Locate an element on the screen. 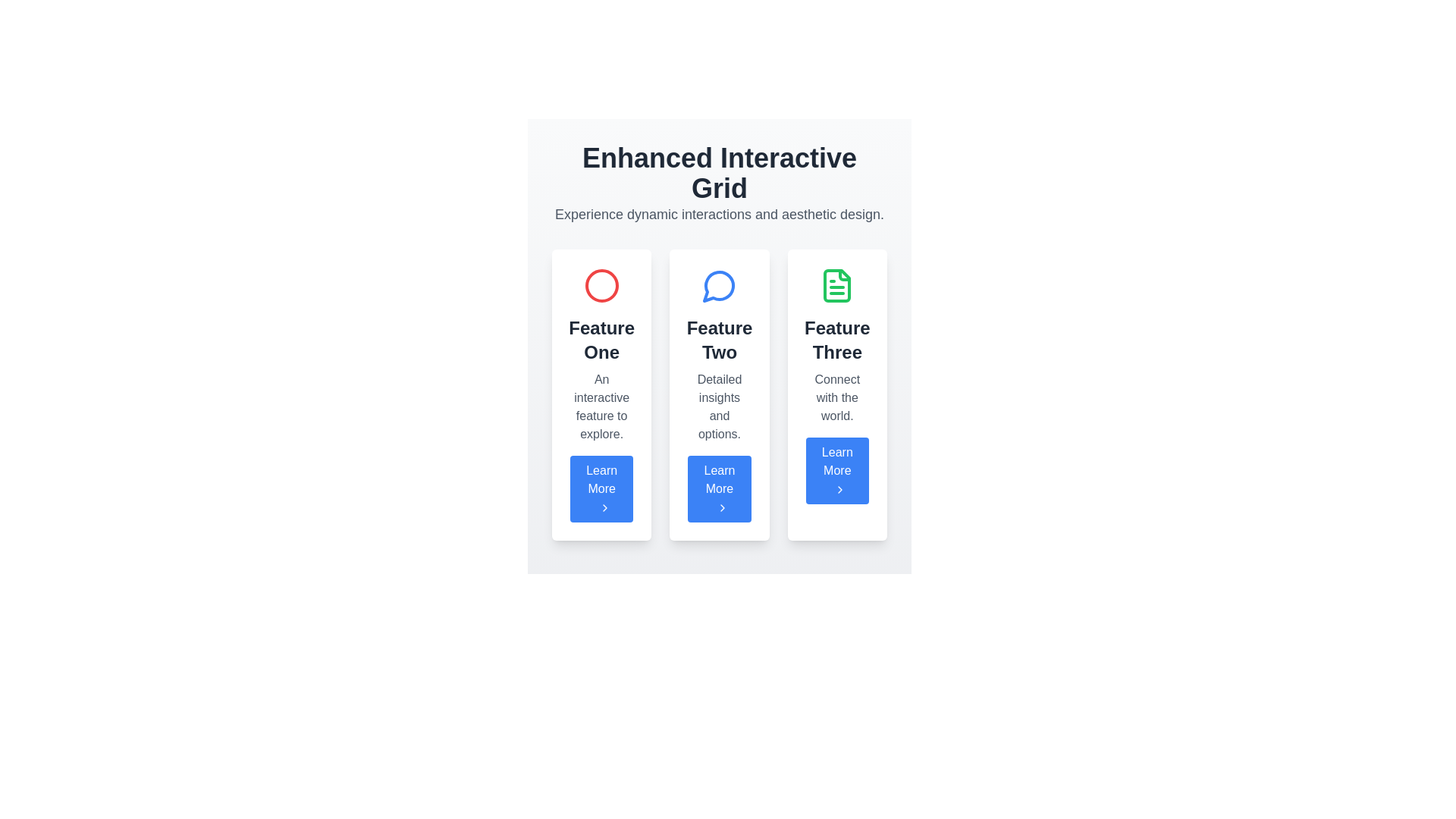  the call-to-action button located at the bottom of the 'Feature Three' card is located at coordinates (836, 470).